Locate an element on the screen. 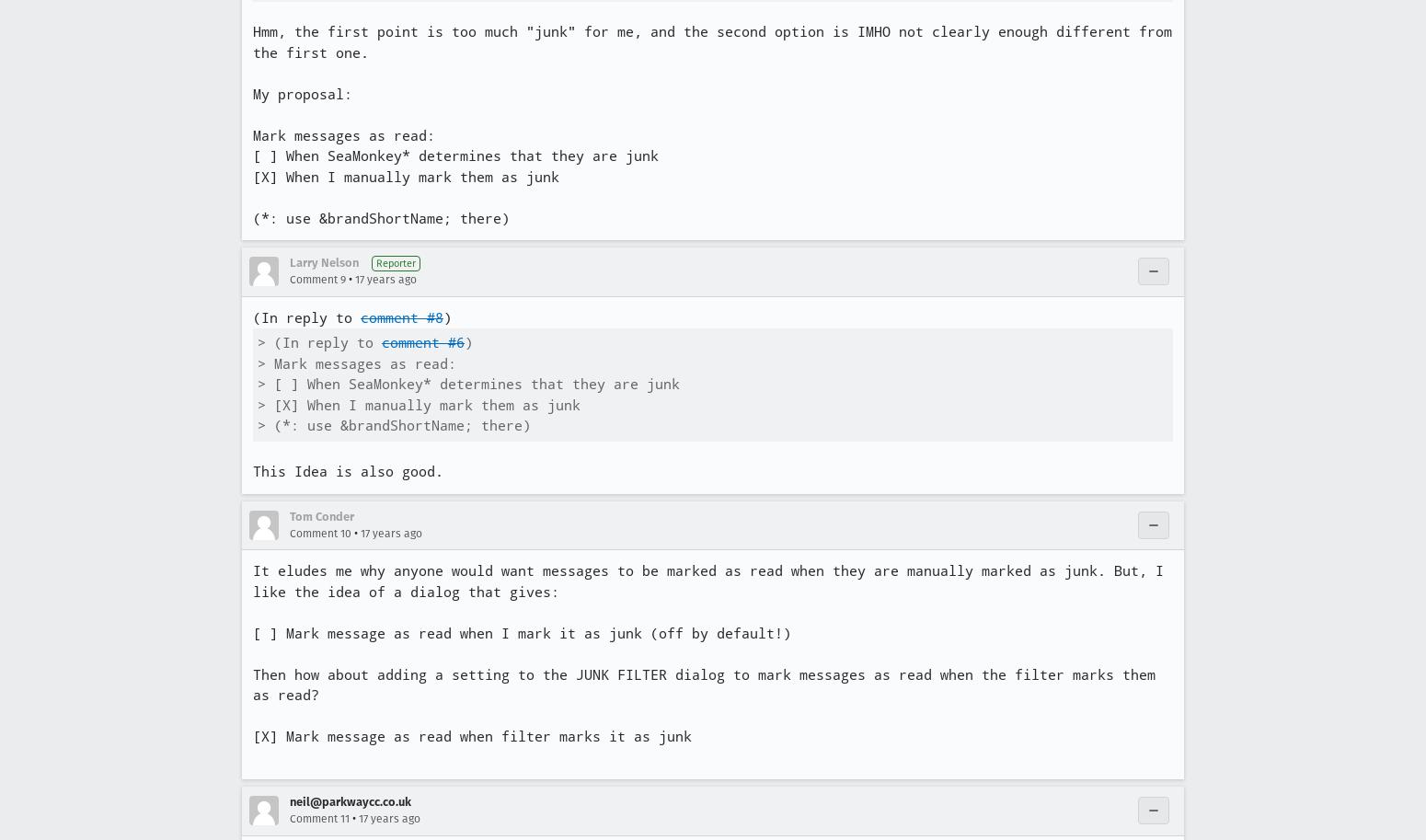 The width and height of the screenshot is (1426, 840). 'This Idea is also good.' is located at coordinates (347, 472).